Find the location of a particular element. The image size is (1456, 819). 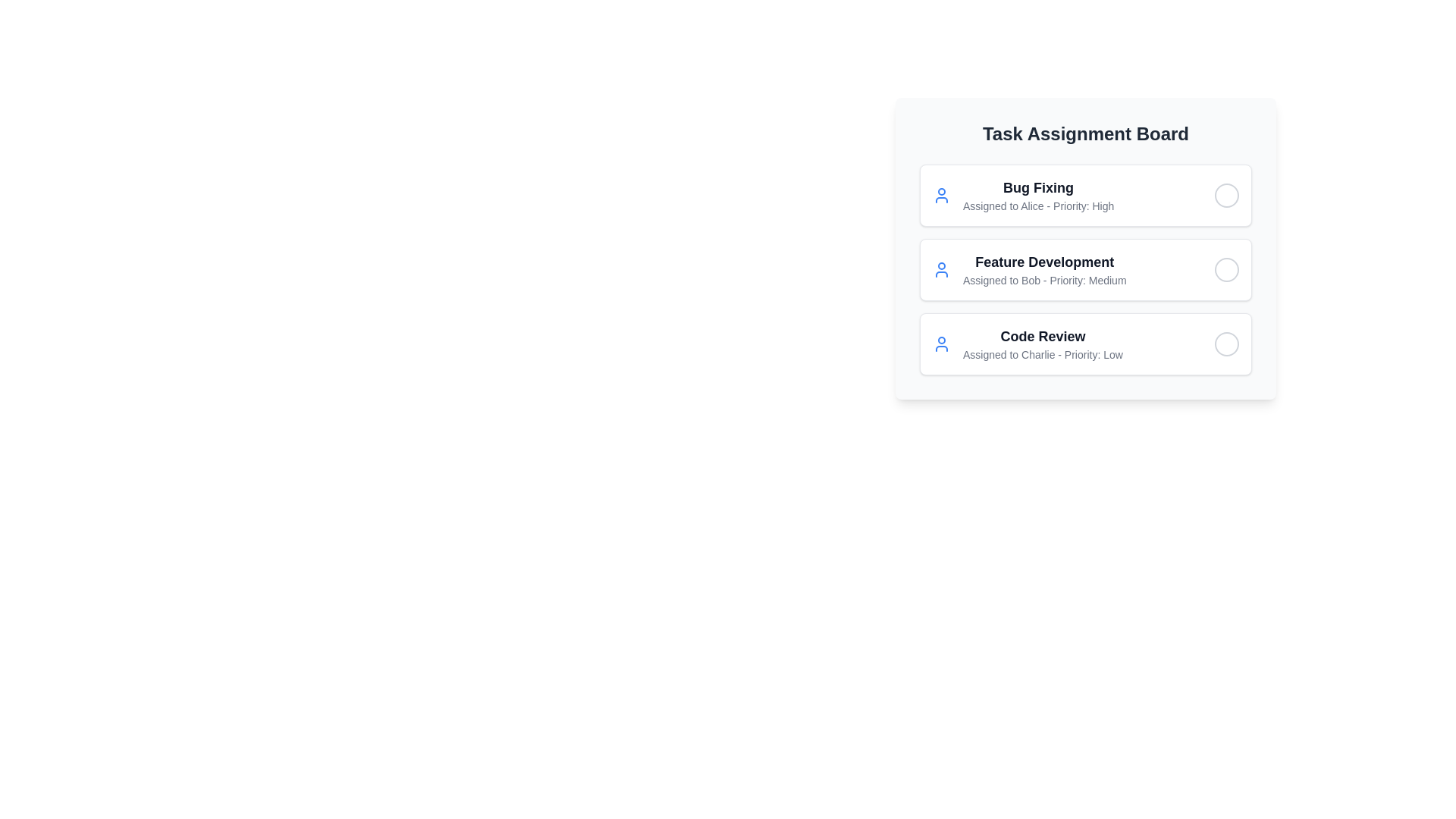

the 'Bug Fixing' task entry is located at coordinates (1022, 195).